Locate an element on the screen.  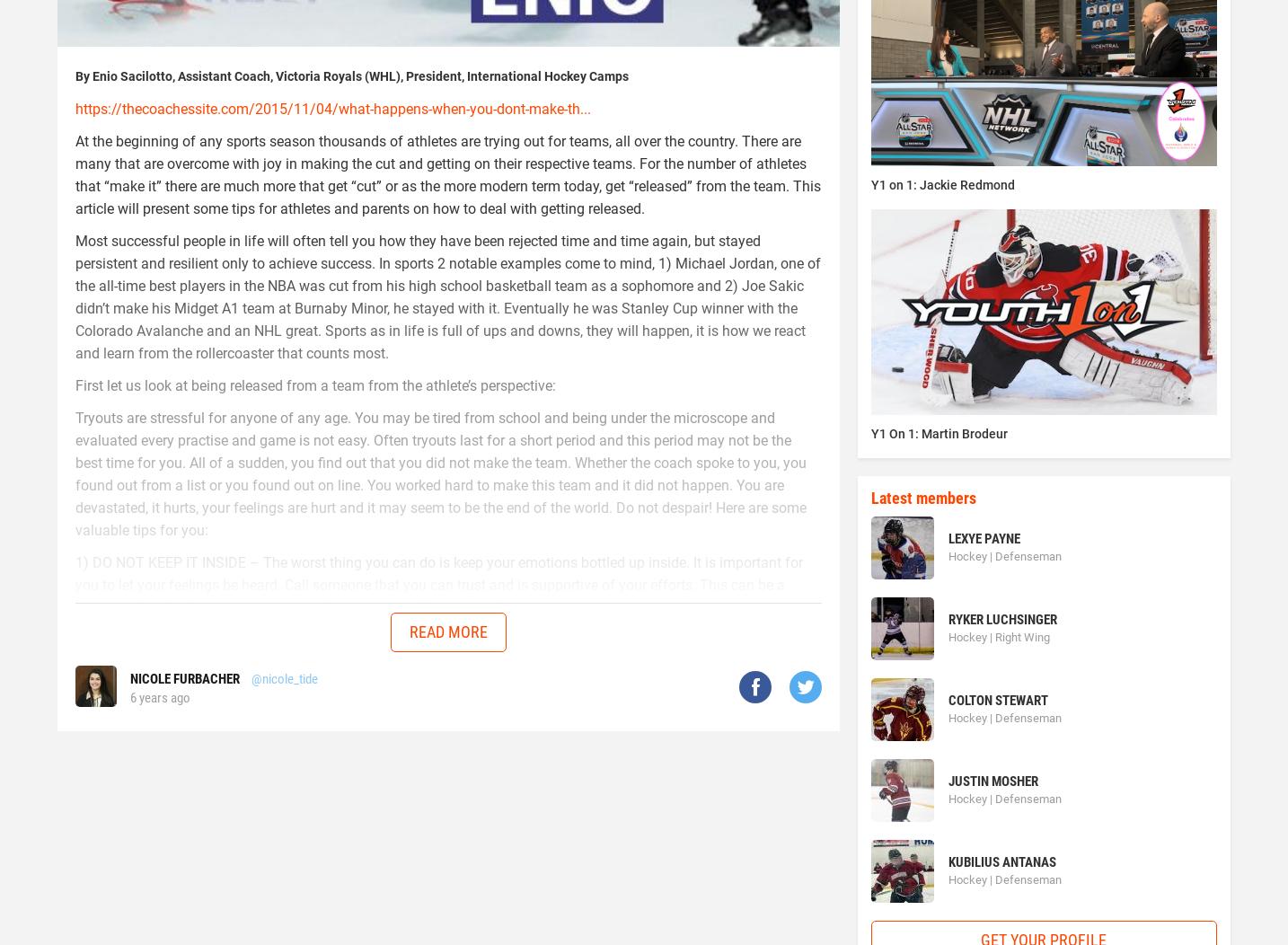
'By Enio Sacilotto, Assistant Coach, Victoria Royals (WHL), President, International Hockey Camps' is located at coordinates (353, 74).